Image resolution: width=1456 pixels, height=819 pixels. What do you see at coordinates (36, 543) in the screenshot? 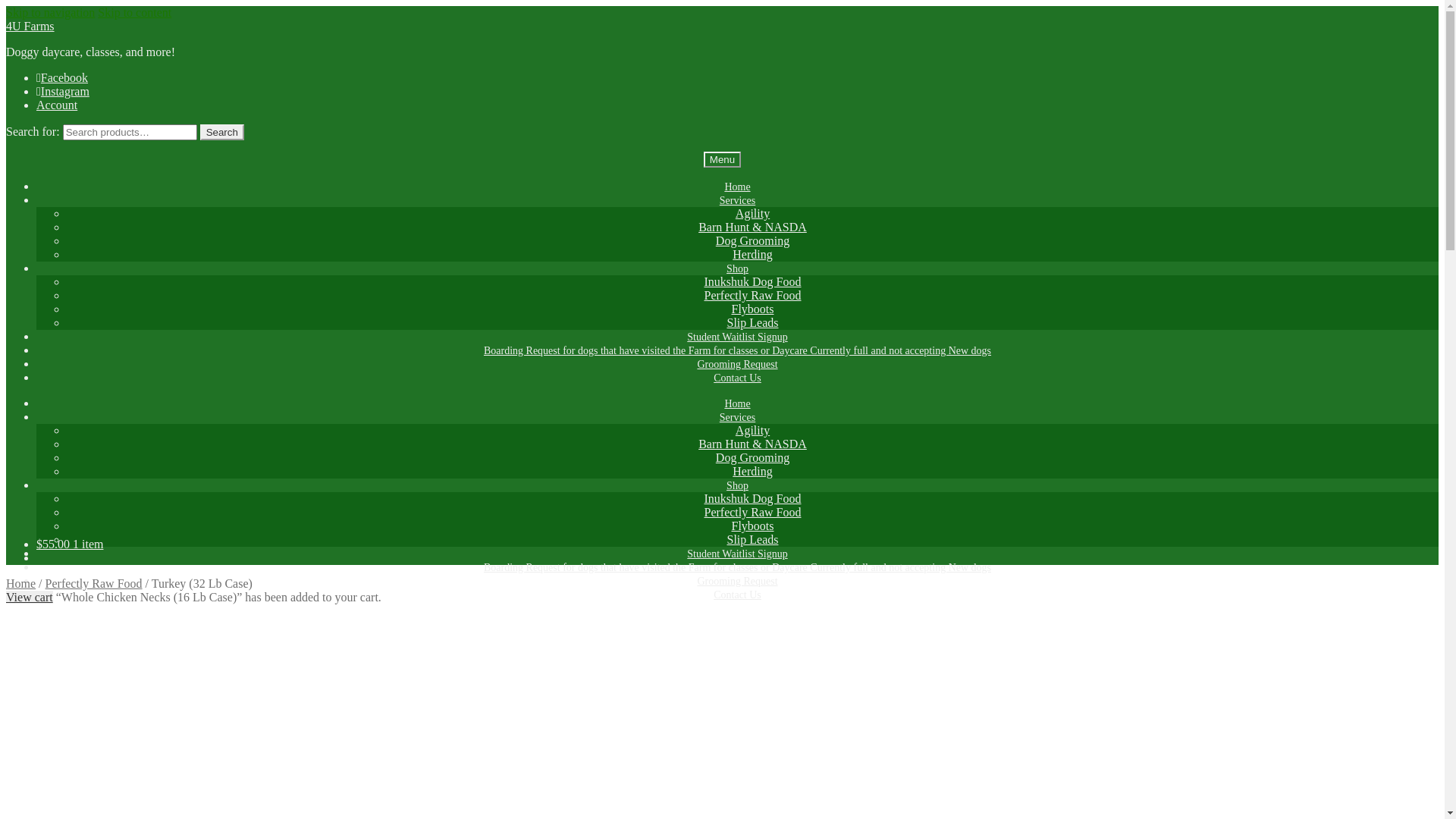
I see `'$55.00 1 item'` at bounding box center [36, 543].